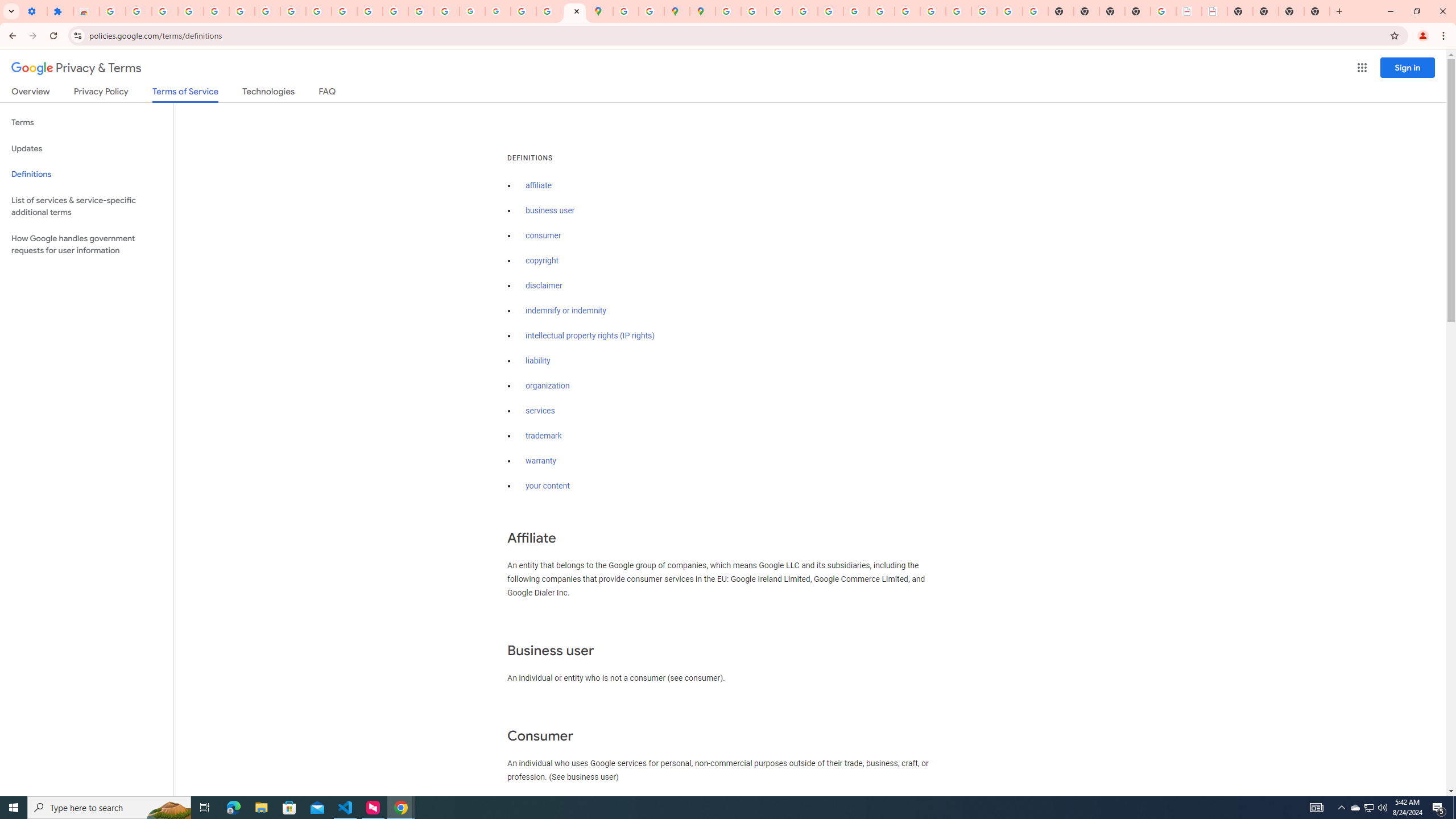  Describe the element at coordinates (540, 410) in the screenshot. I see `'services'` at that location.